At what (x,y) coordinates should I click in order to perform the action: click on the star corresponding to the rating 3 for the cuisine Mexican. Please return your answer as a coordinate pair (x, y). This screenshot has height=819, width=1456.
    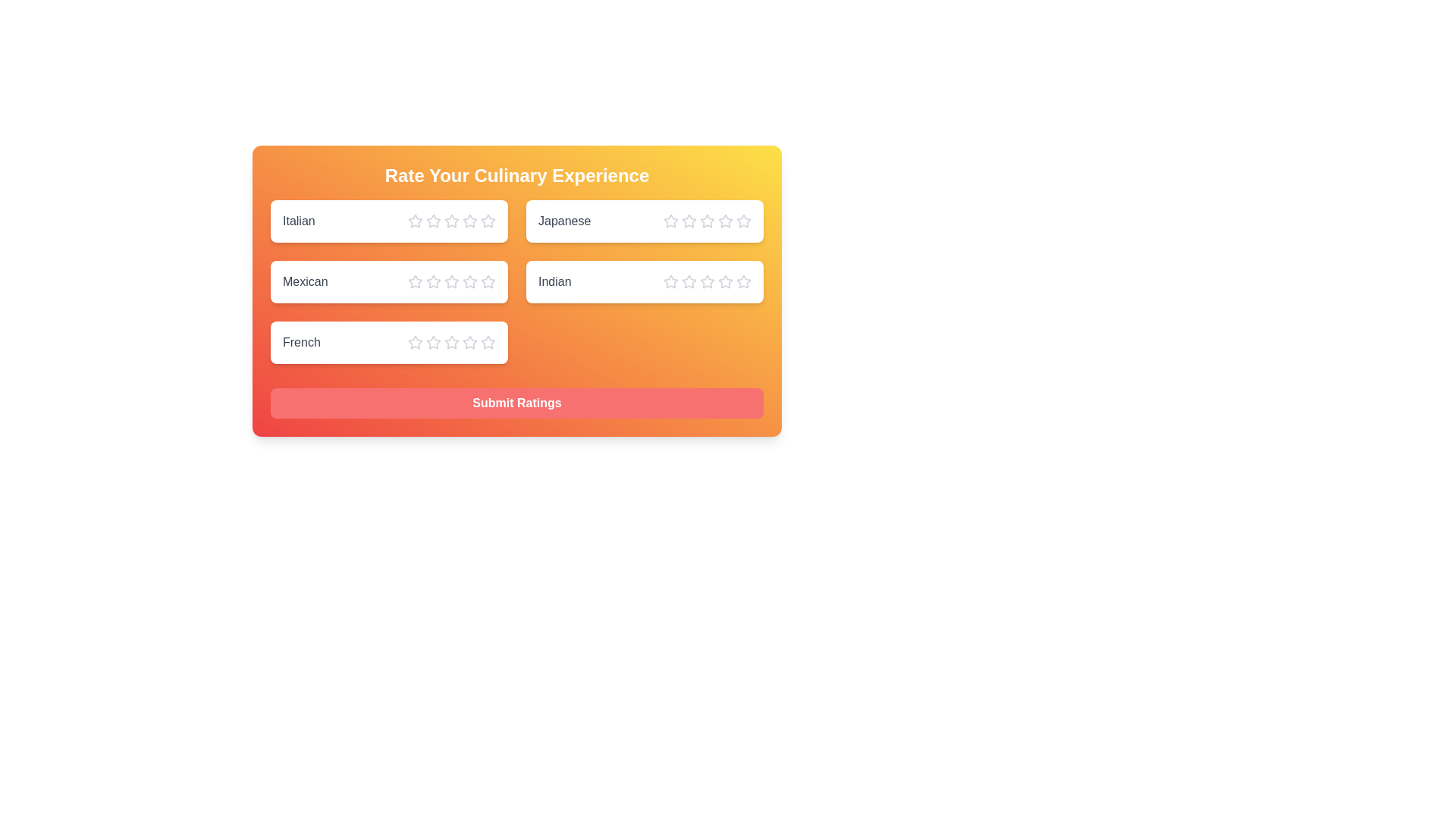
    Looking at the image, I should click on (450, 281).